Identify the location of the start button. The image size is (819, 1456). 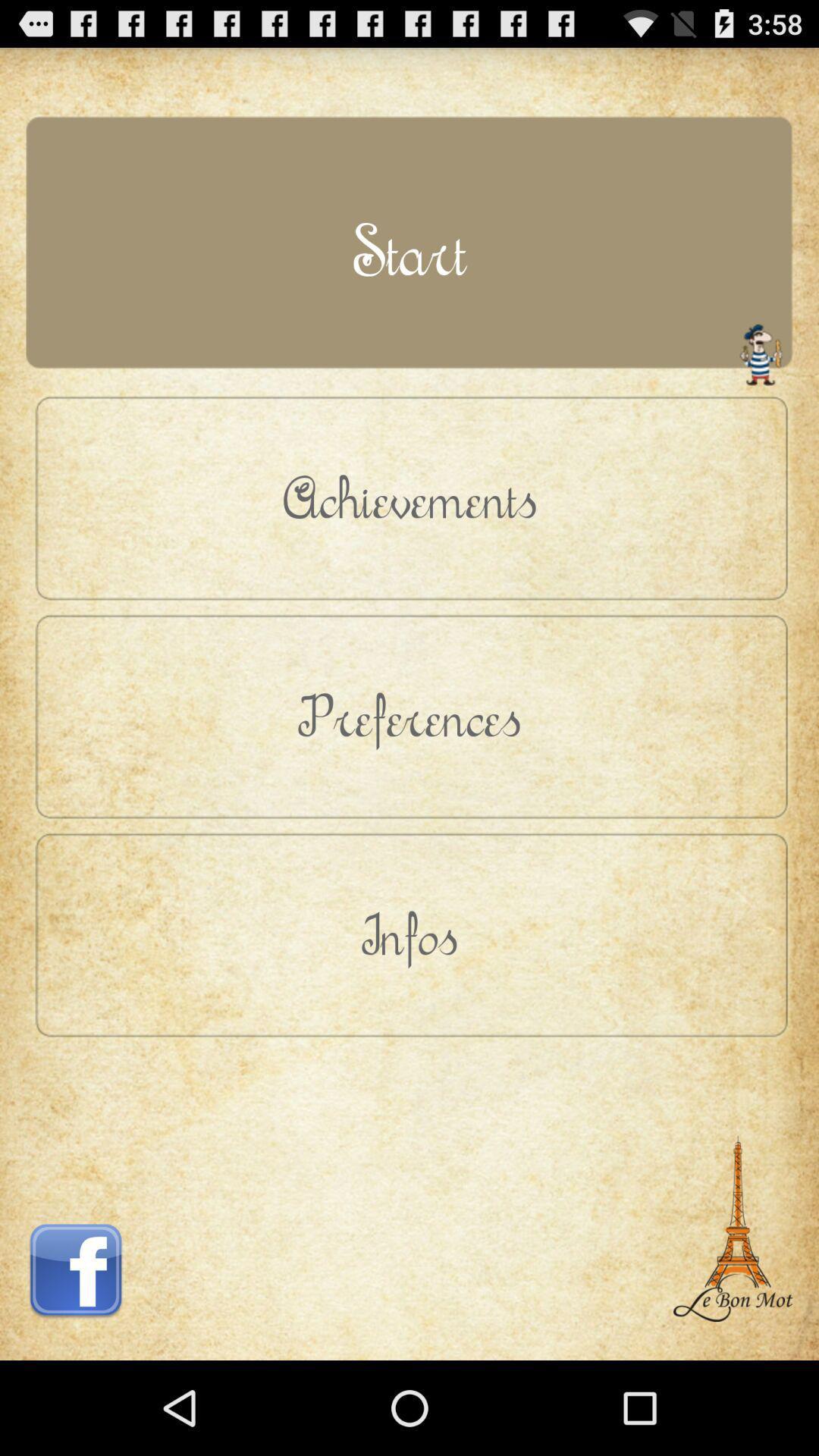
(409, 250).